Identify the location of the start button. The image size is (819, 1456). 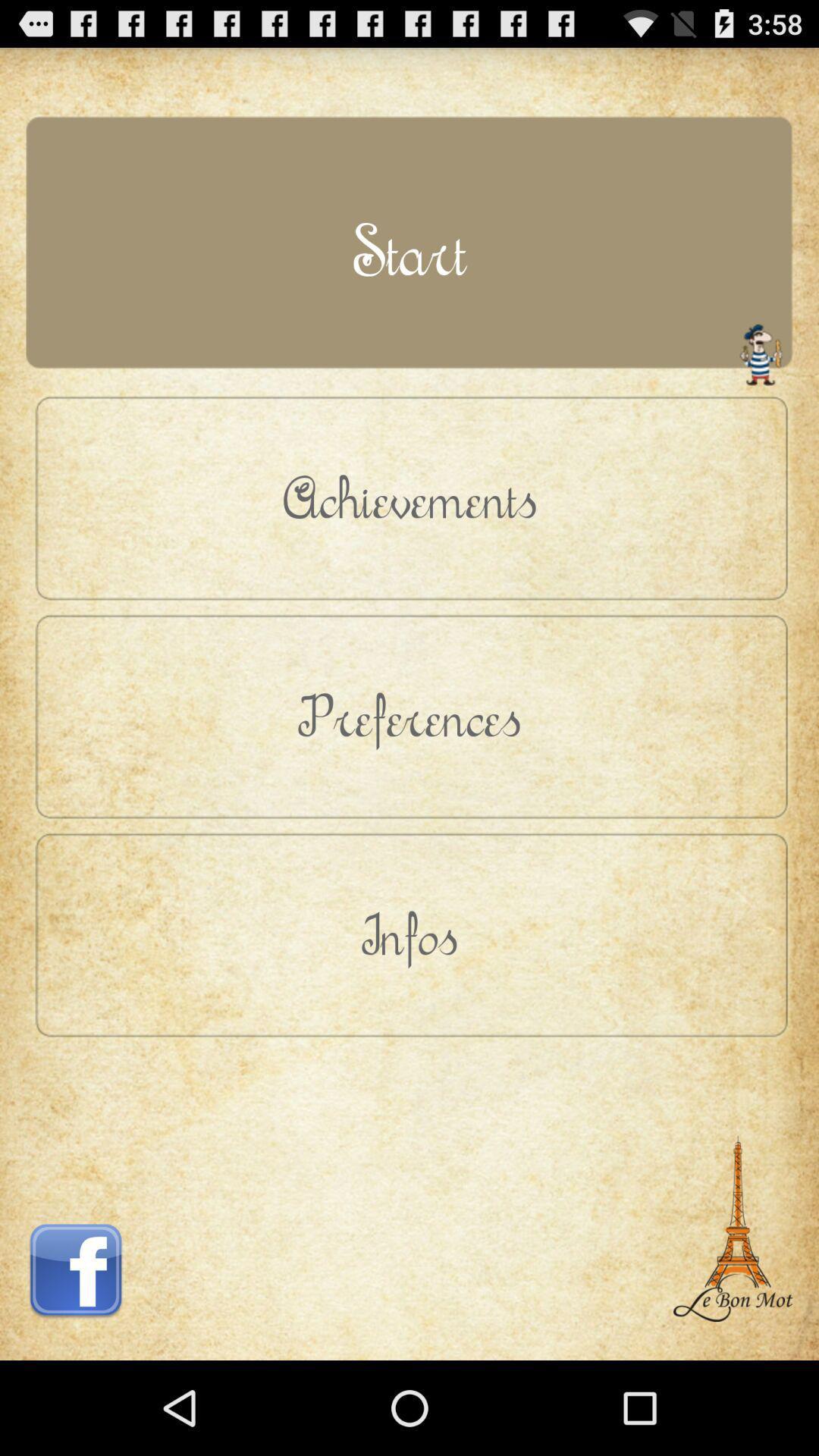
(409, 250).